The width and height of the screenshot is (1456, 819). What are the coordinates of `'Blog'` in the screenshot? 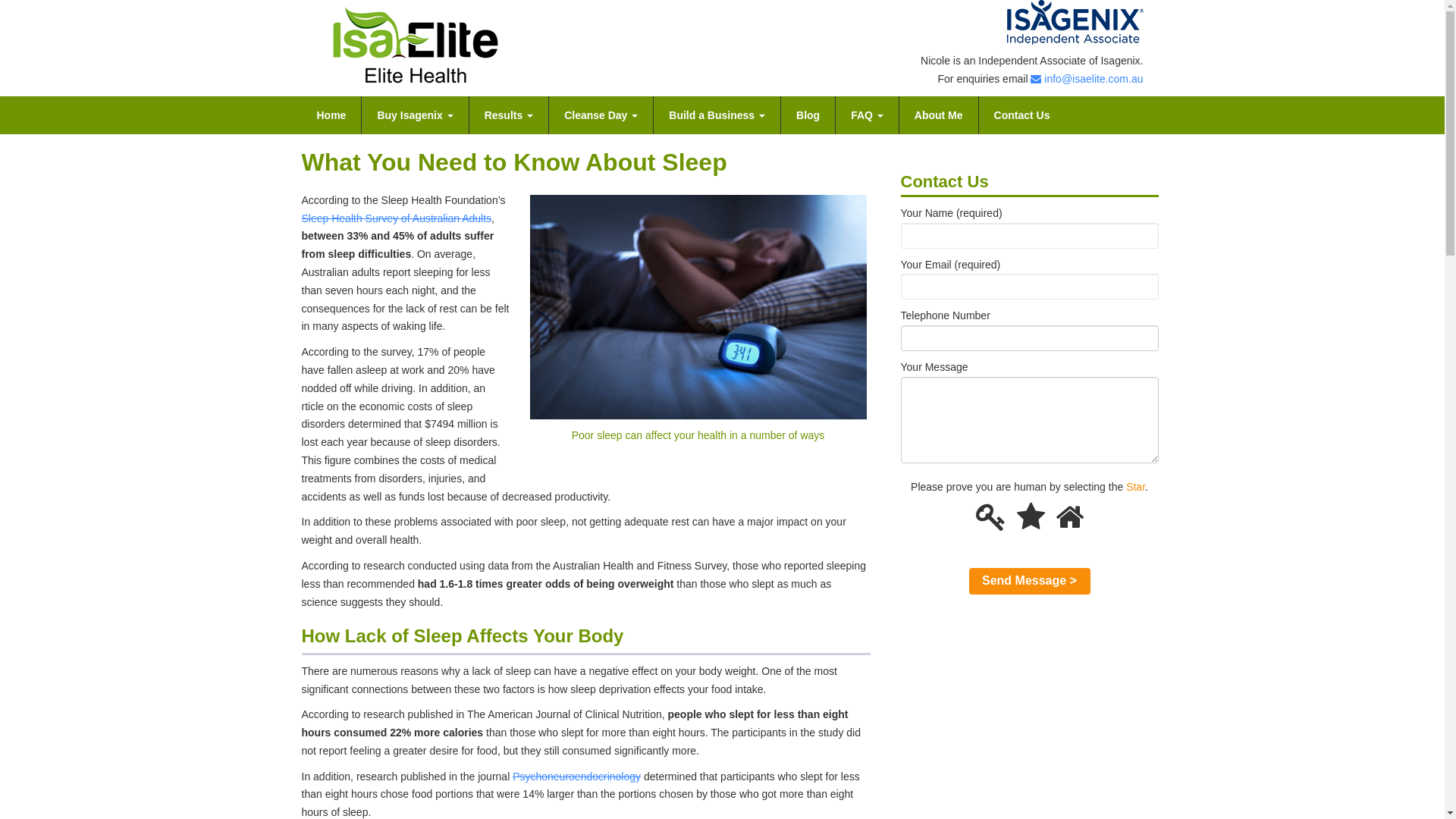 It's located at (807, 114).